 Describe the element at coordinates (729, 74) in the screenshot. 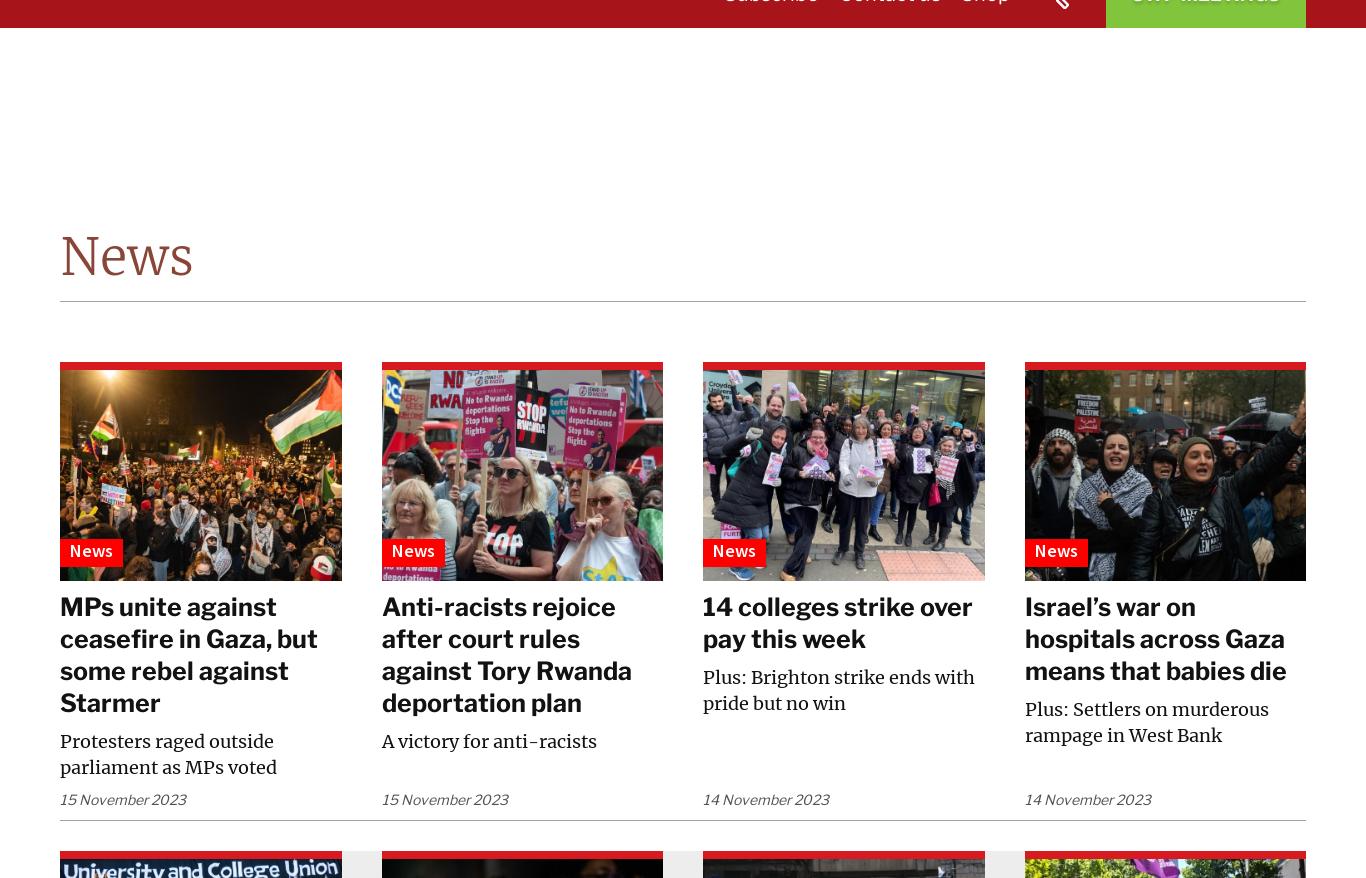

I see `'News & Analysis'` at that location.